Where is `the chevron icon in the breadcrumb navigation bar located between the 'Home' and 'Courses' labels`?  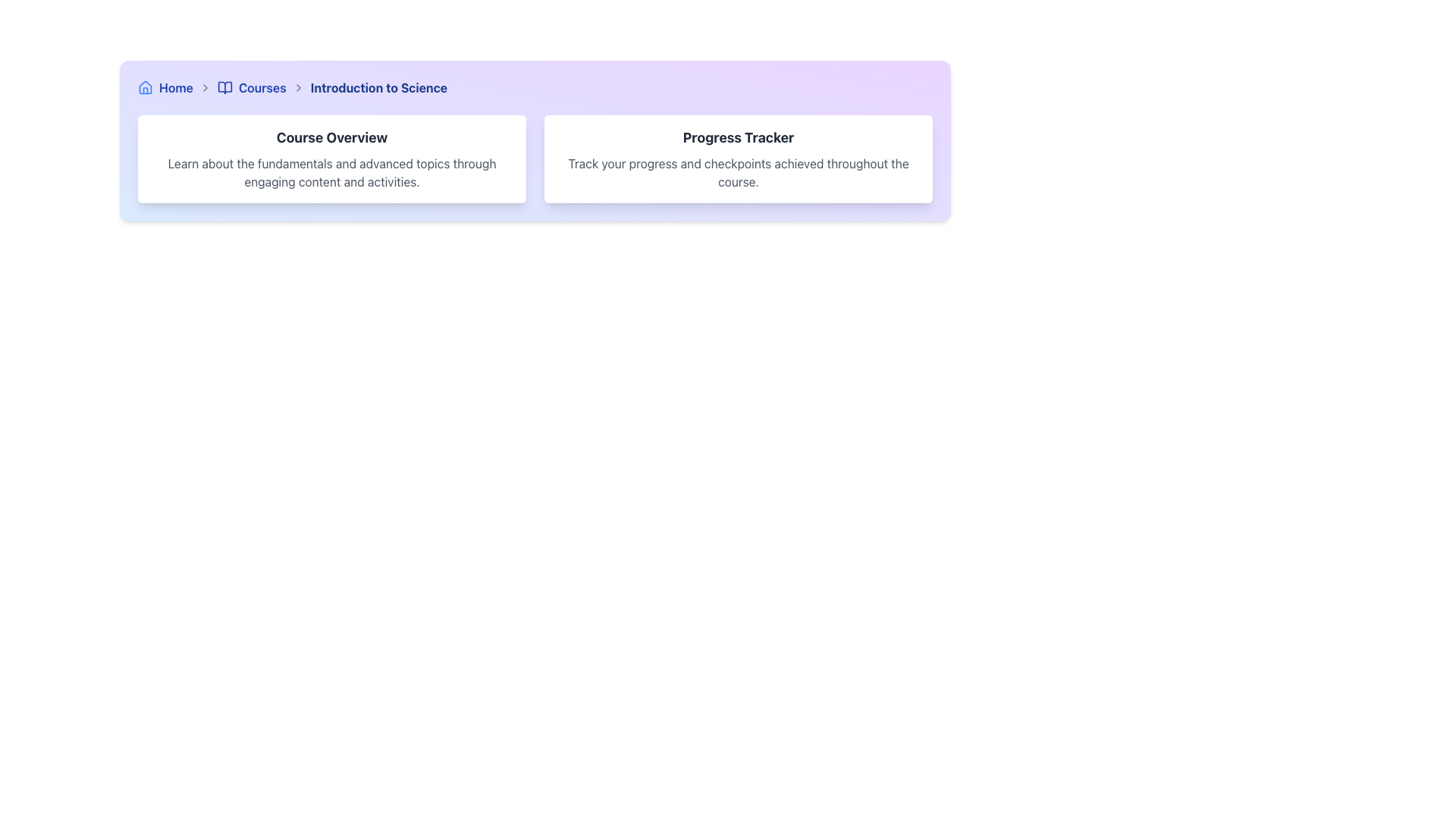 the chevron icon in the breadcrumb navigation bar located between the 'Home' and 'Courses' labels is located at coordinates (204, 87).